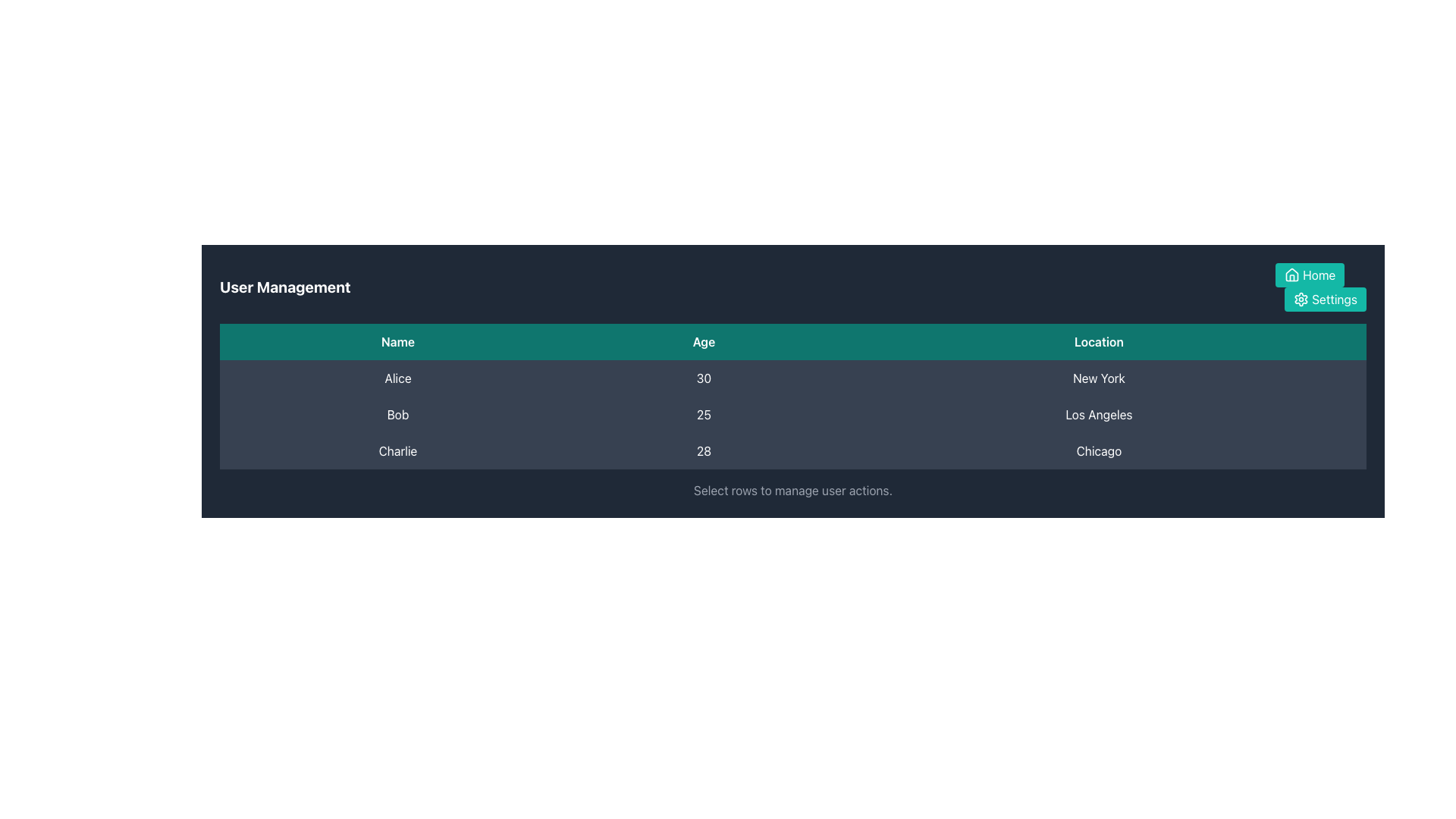 This screenshot has height=819, width=1456. What do you see at coordinates (397, 342) in the screenshot?
I see `the 'Name' column header cell to sort the data in the corresponding column` at bounding box center [397, 342].